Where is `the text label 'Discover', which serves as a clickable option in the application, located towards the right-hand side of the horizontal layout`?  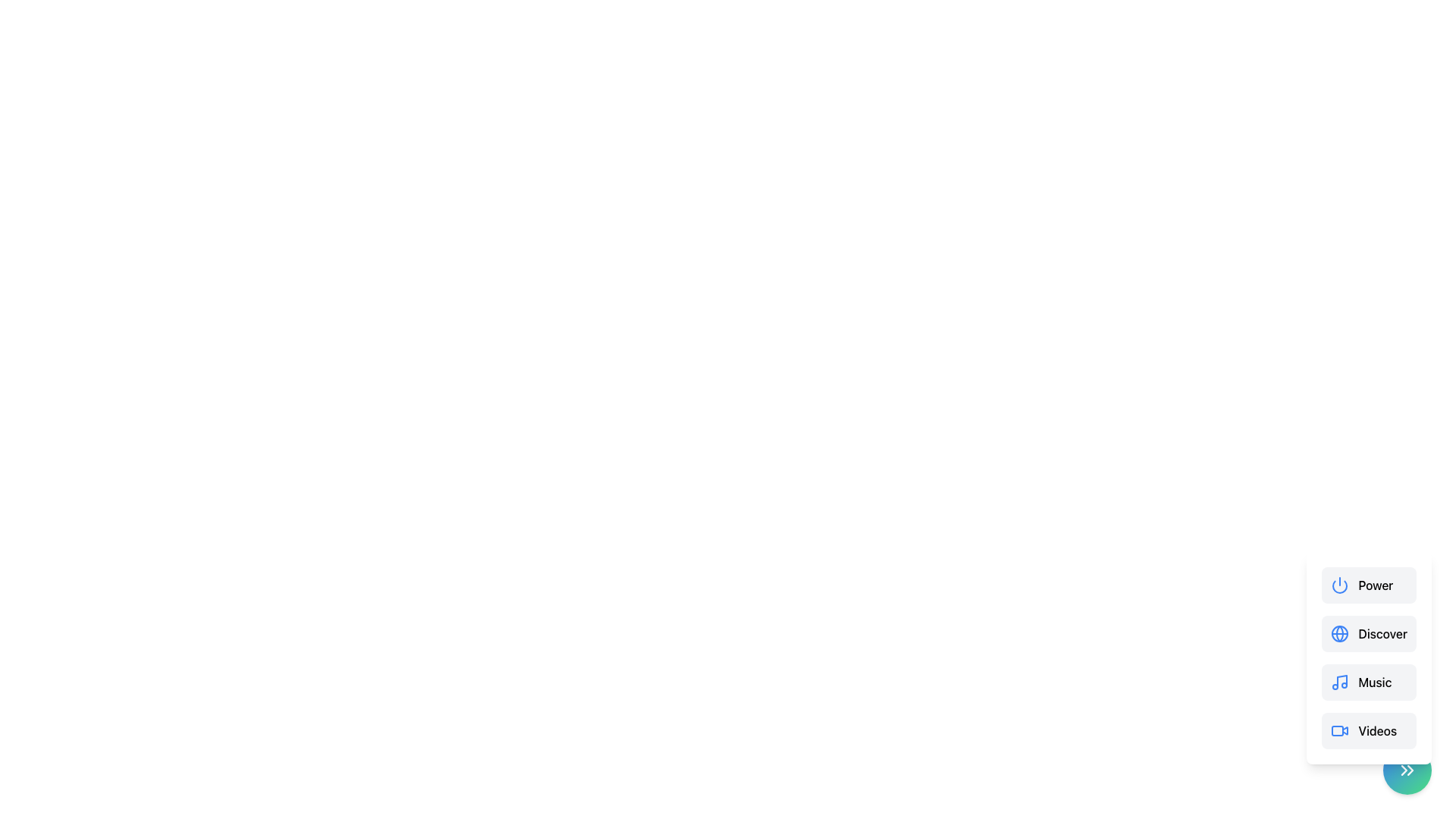
the text label 'Discover', which serves as a clickable option in the application, located towards the right-hand side of the horizontal layout is located at coordinates (1382, 634).